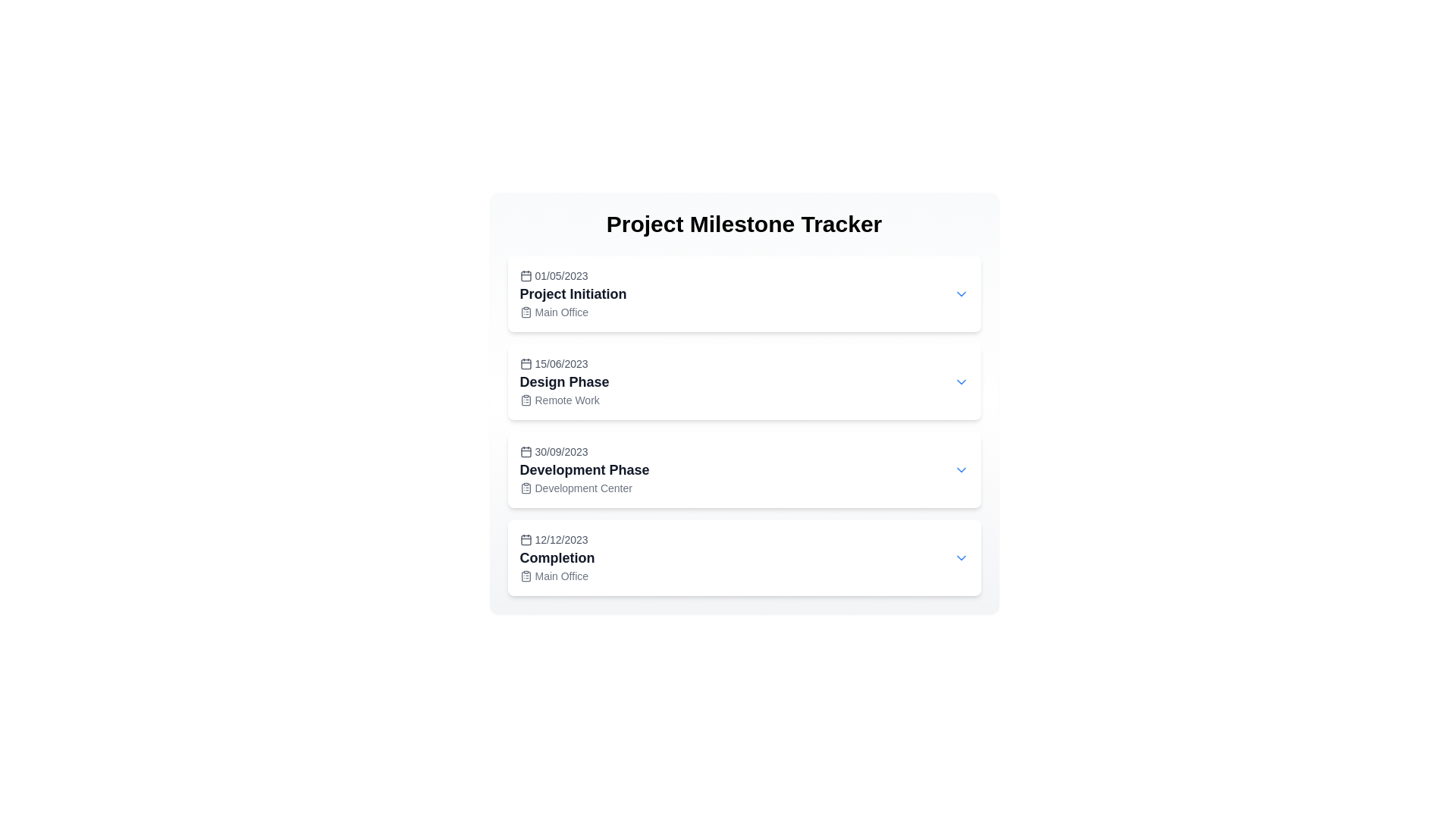 The height and width of the screenshot is (819, 1456). Describe the element at coordinates (556, 558) in the screenshot. I see `the text label that describes the associated item or milestone in the project tracker, located below the date '12/12/2023' and above the subtitle 'Main Office'` at that location.